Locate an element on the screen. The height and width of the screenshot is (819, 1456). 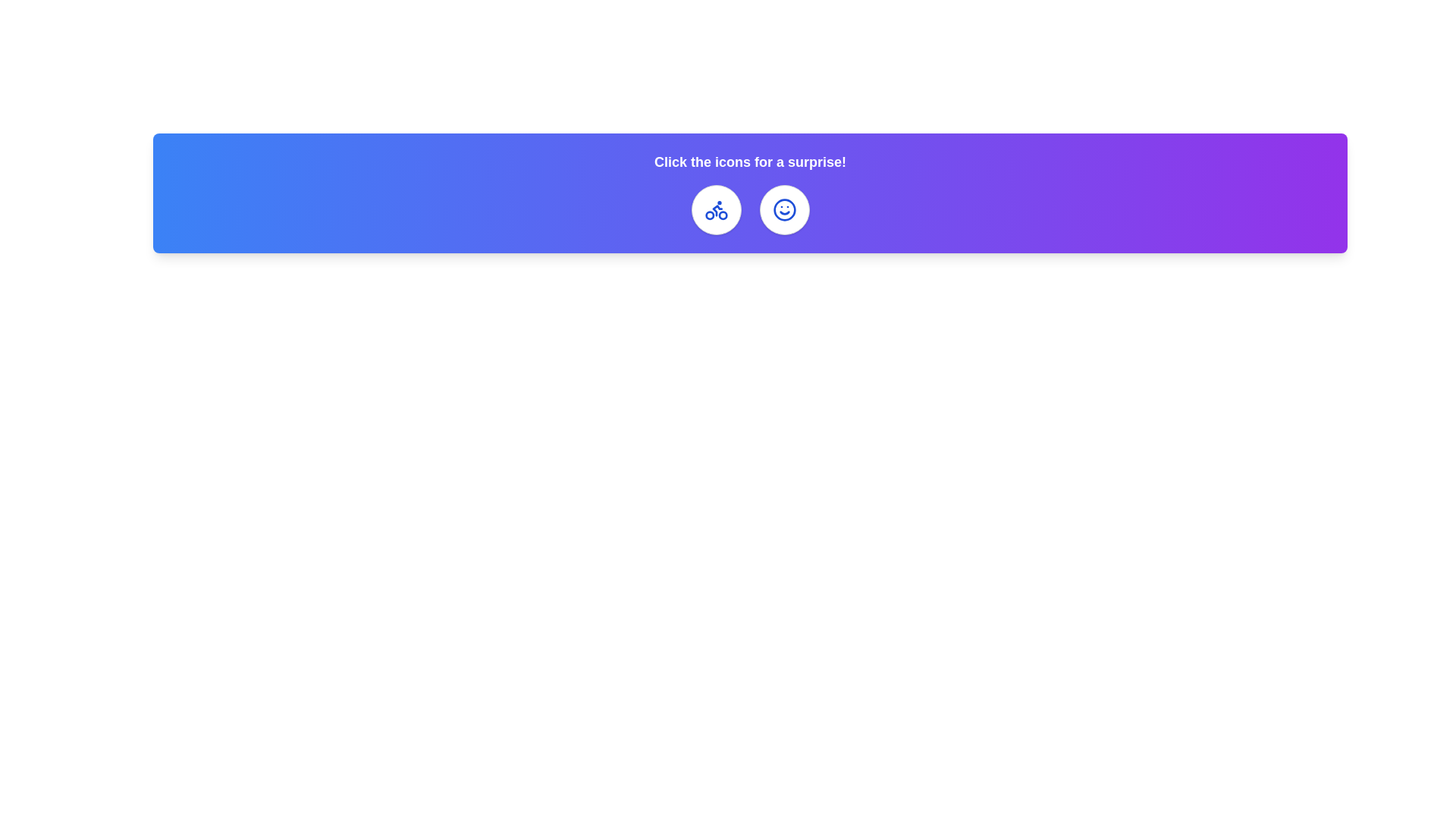
the bicycle icon button located in the blue-to-purple gradient bar is located at coordinates (715, 210).